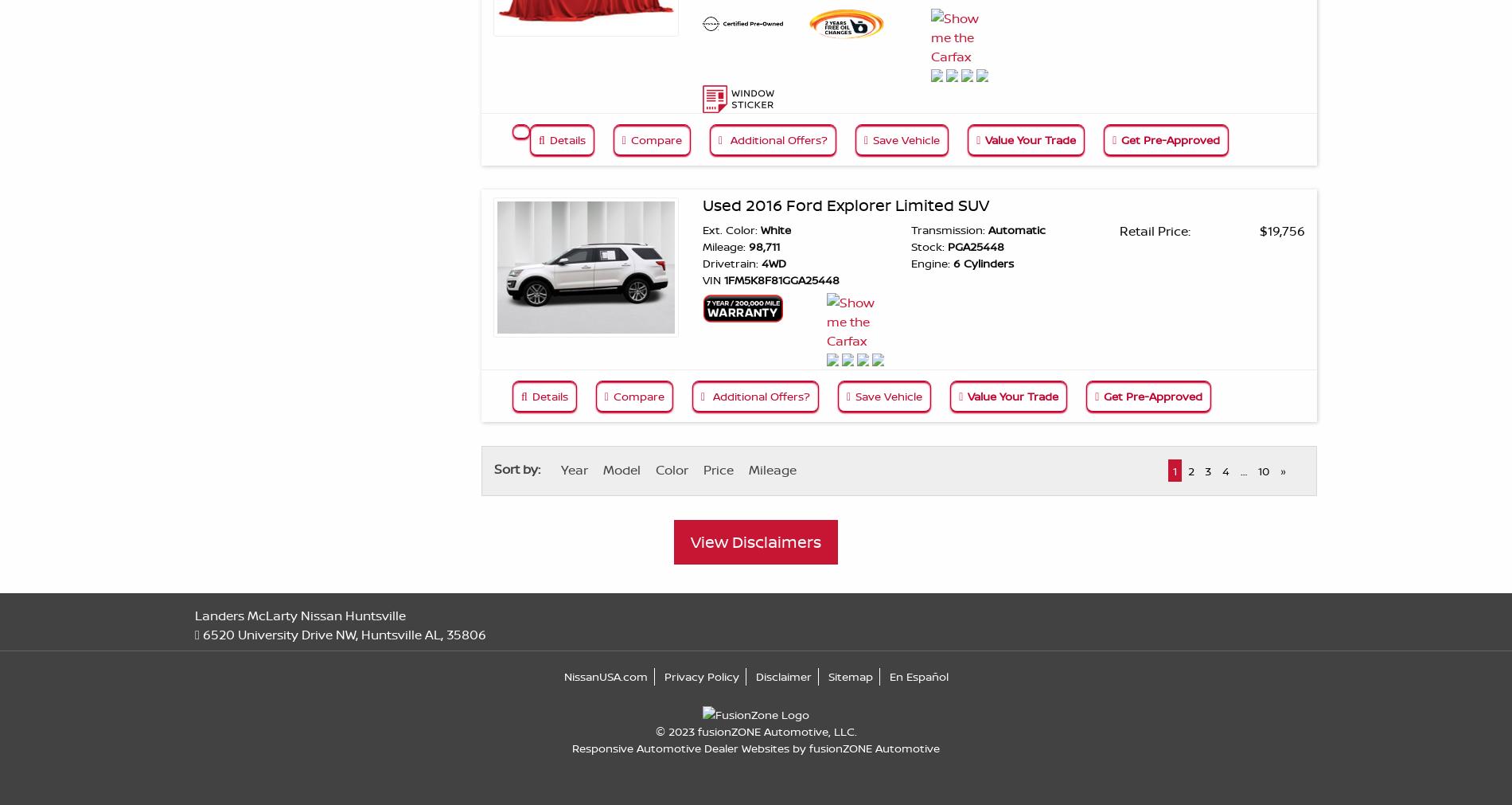 Image resolution: width=1512 pixels, height=805 pixels. Describe the element at coordinates (700, 675) in the screenshot. I see `'Privacy Policy'` at that location.